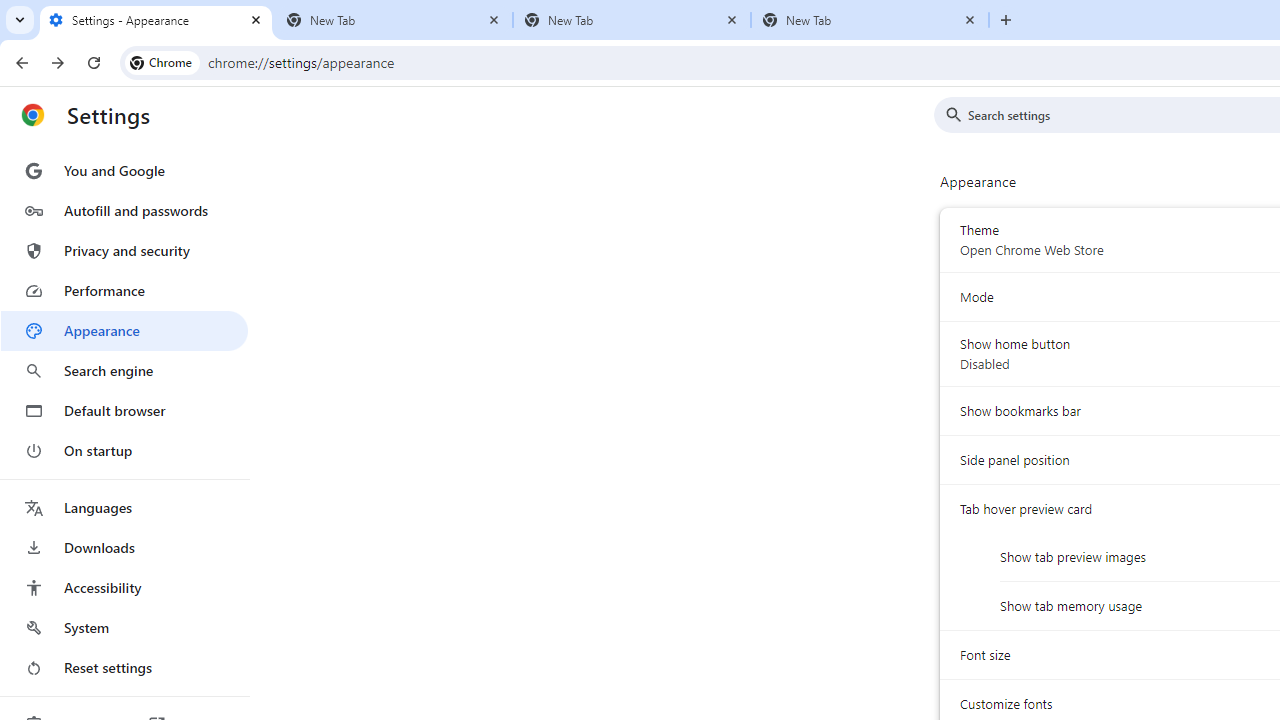  I want to click on 'Accessibility', so click(123, 586).